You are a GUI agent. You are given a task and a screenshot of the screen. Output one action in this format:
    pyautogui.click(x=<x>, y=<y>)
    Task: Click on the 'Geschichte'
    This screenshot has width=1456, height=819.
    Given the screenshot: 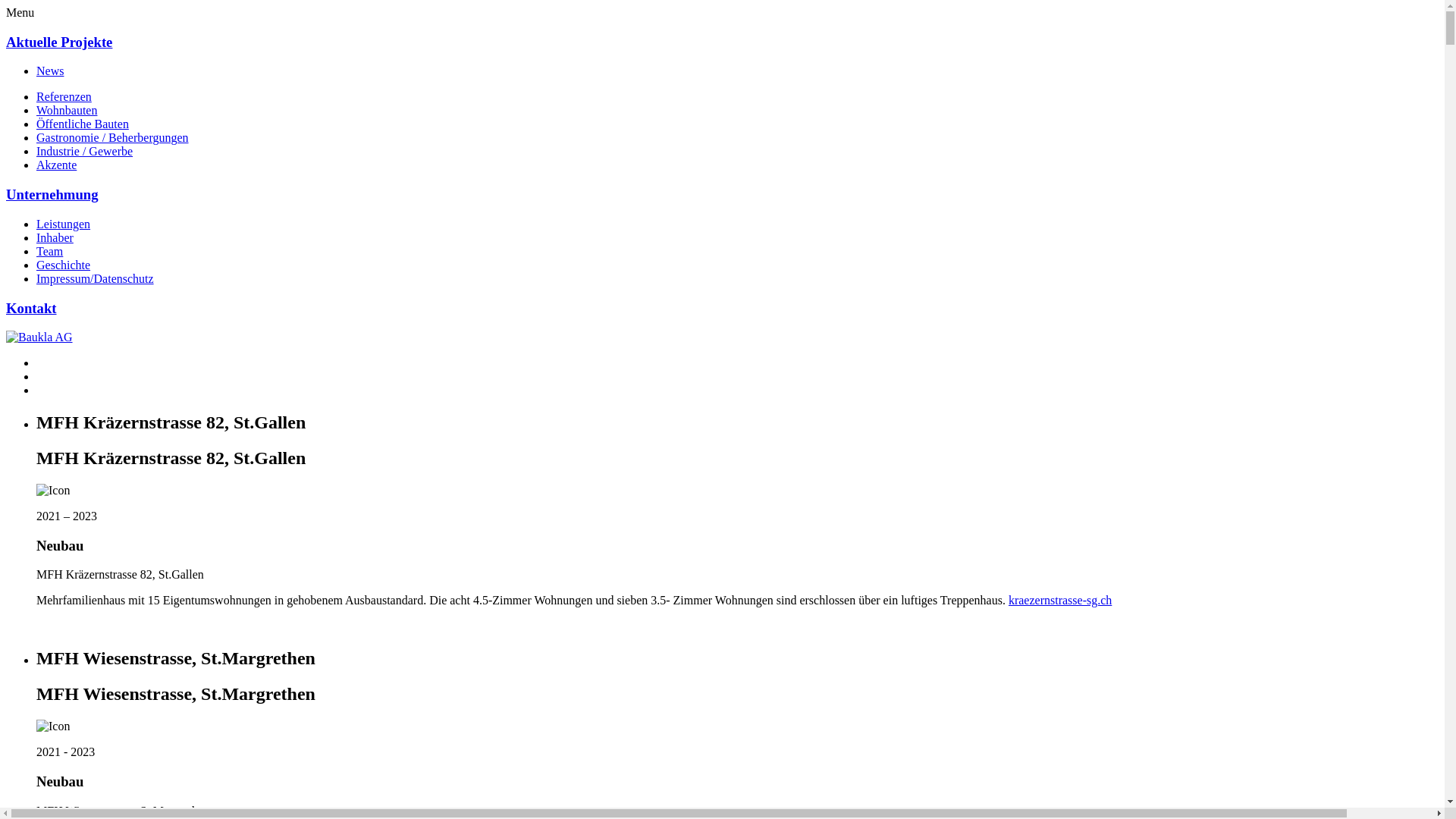 What is the action you would take?
    pyautogui.click(x=62, y=264)
    